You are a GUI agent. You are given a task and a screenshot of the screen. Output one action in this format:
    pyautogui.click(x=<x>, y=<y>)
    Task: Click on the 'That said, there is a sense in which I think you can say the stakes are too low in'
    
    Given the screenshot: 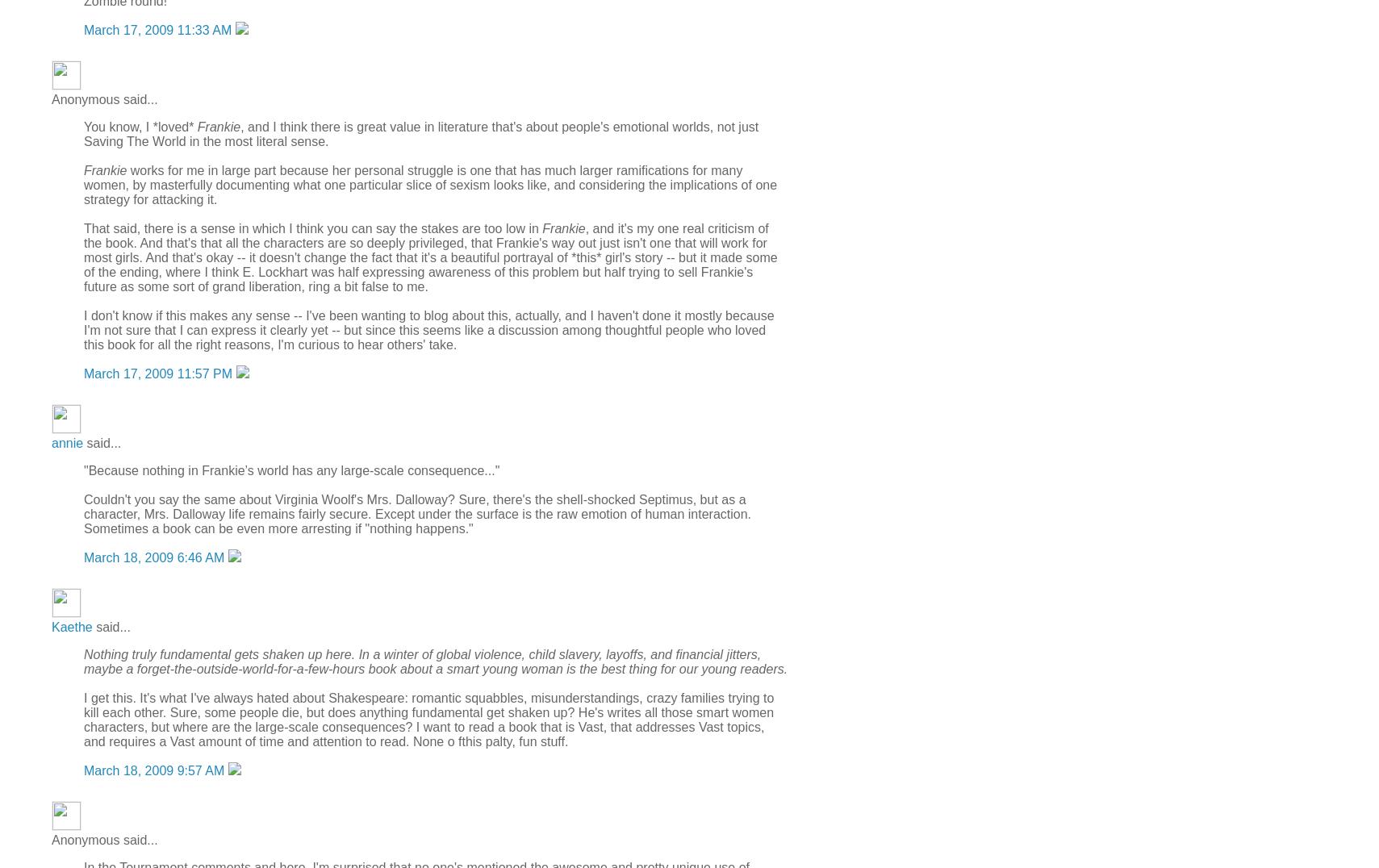 What is the action you would take?
    pyautogui.click(x=311, y=227)
    